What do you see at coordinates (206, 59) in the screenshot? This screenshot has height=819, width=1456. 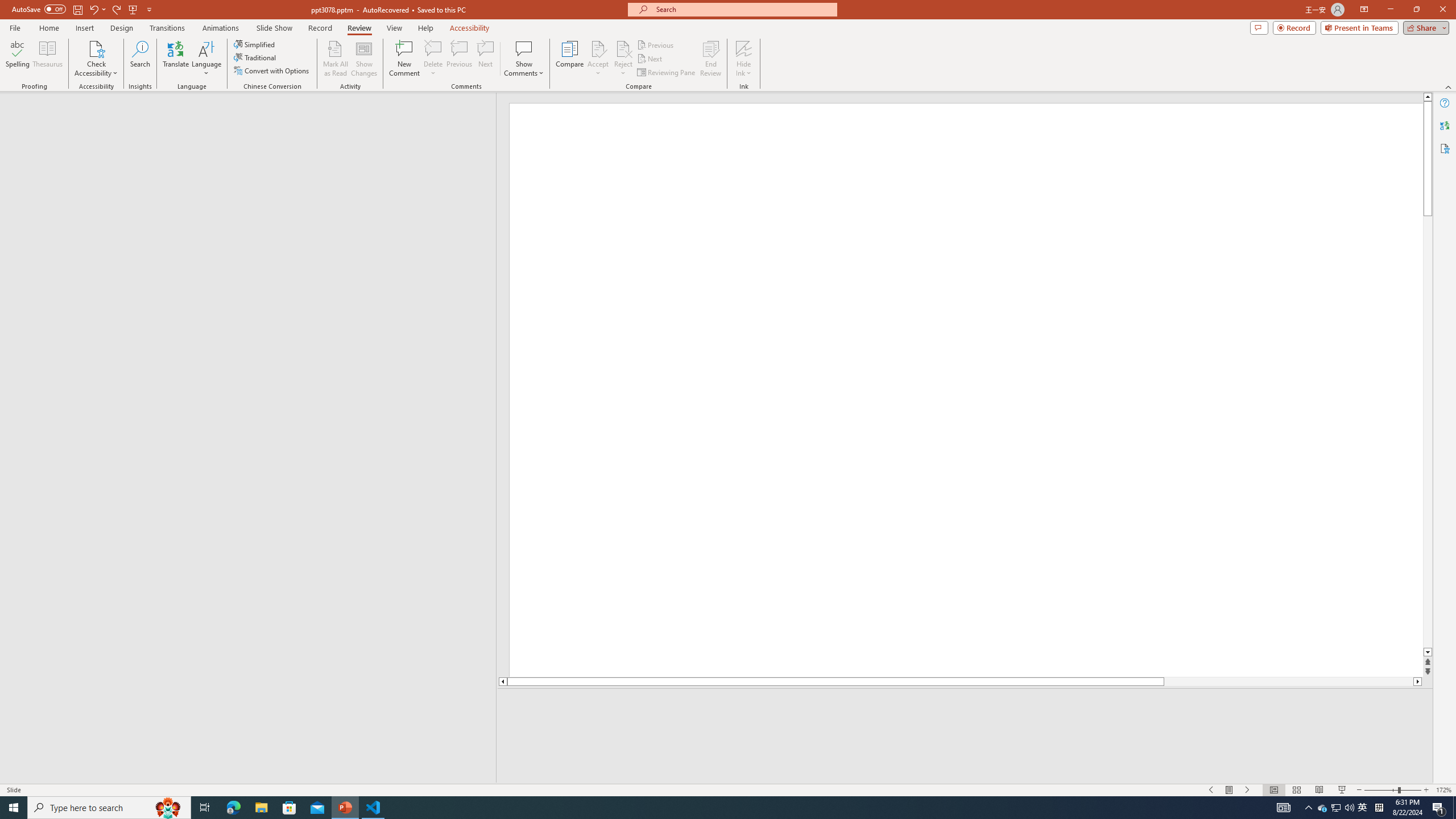 I see `'Language'` at bounding box center [206, 59].